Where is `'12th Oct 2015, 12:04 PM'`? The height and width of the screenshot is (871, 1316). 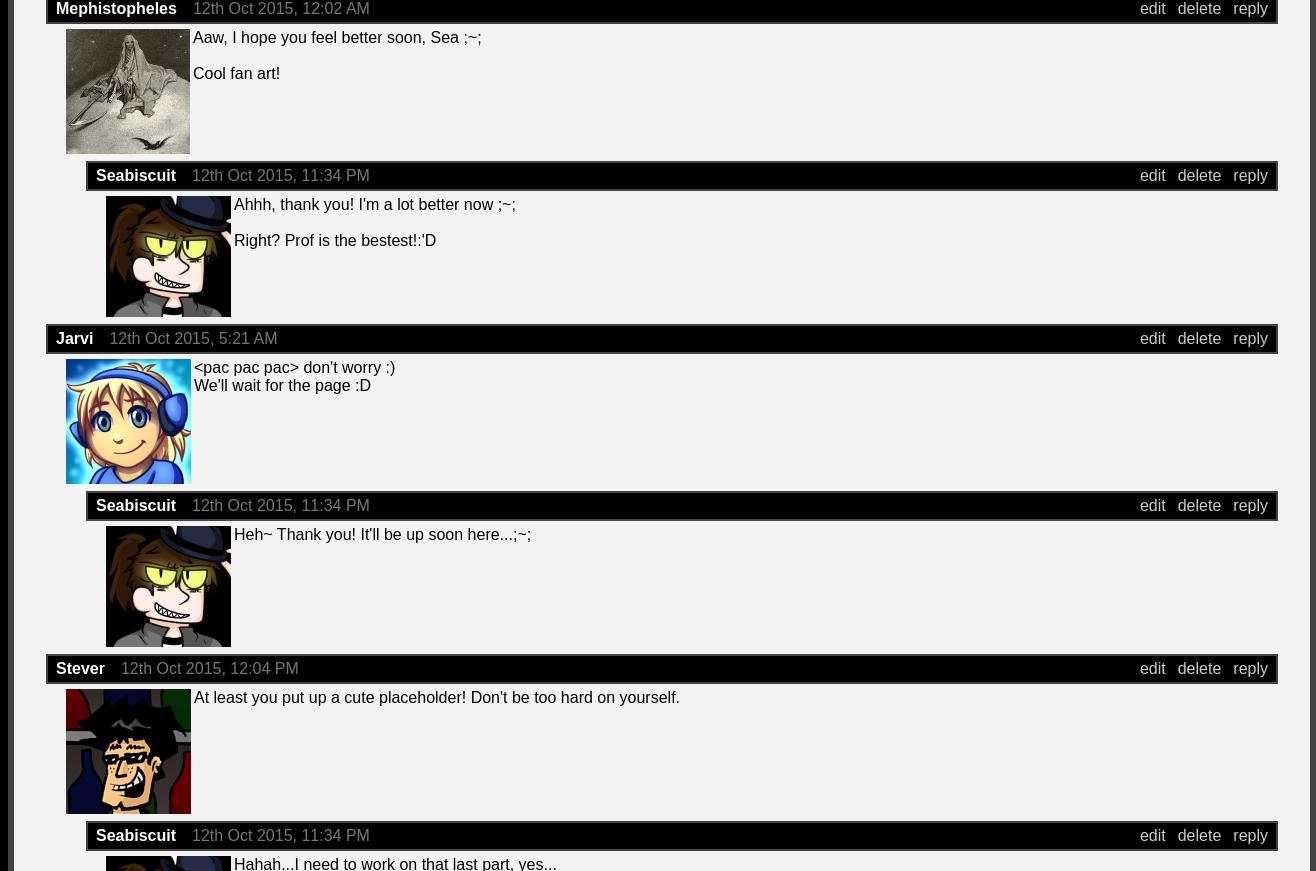
'12th Oct 2015, 12:04 PM' is located at coordinates (208, 667).